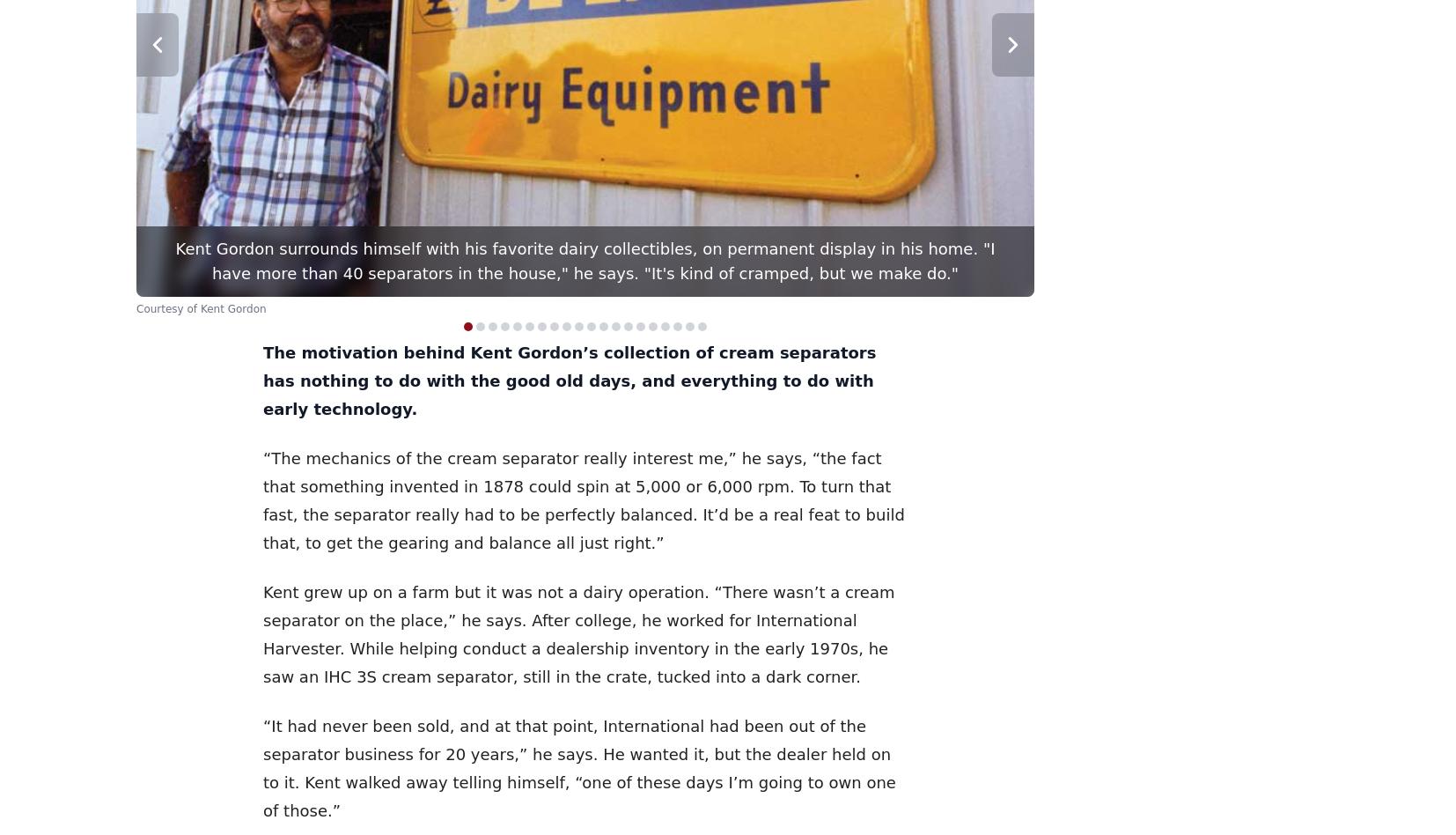 This screenshot has height=835, width=1456. Describe the element at coordinates (846, 287) in the screenshot. I see `'$27.99'` at that location.